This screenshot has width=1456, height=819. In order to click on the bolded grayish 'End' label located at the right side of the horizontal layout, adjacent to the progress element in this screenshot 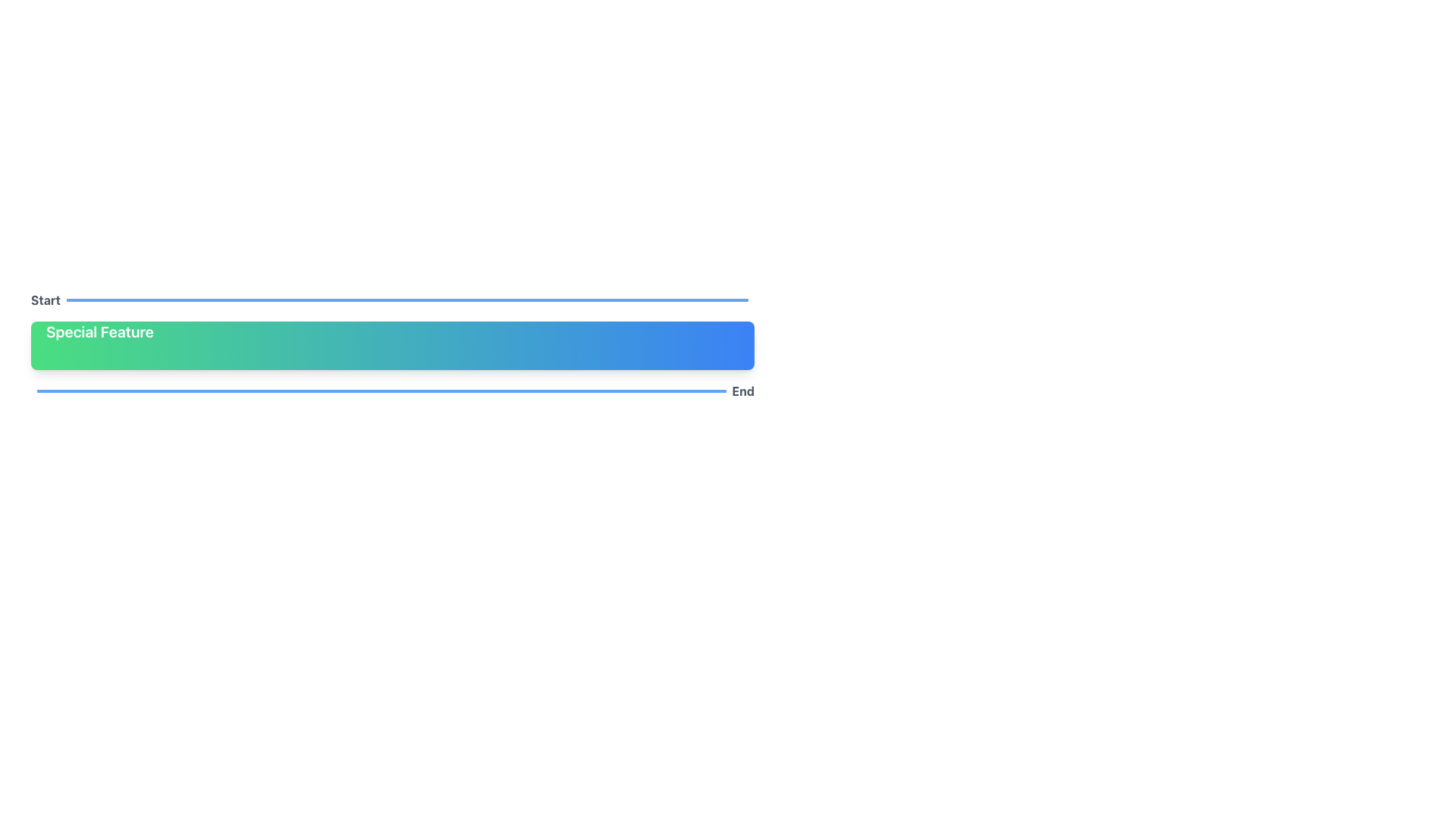, I will do `click(743, 391)`.